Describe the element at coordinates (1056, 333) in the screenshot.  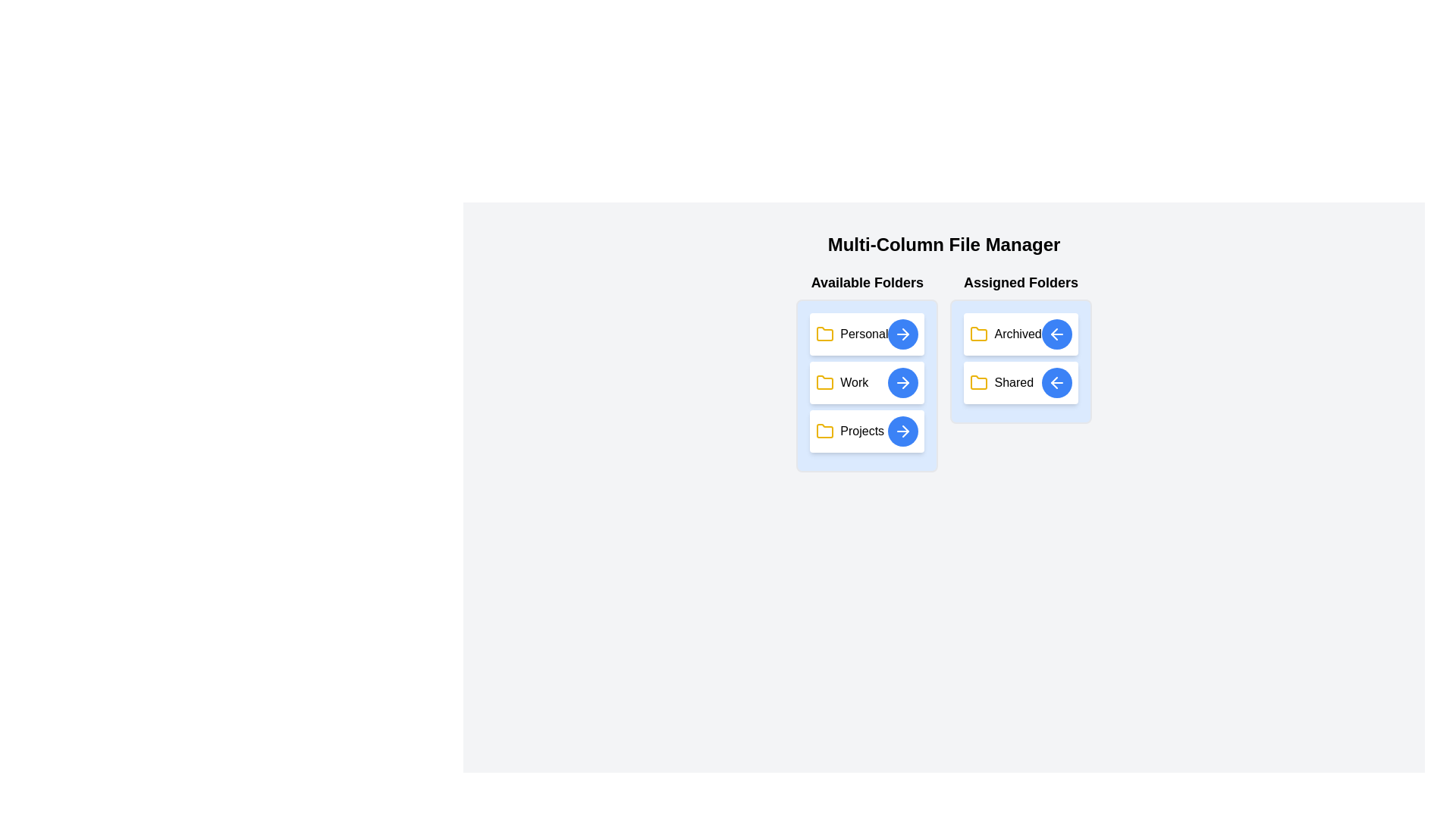
I see `the transfer button for the 'Archived' folder in the 'Assigned Folders' column` at that location.